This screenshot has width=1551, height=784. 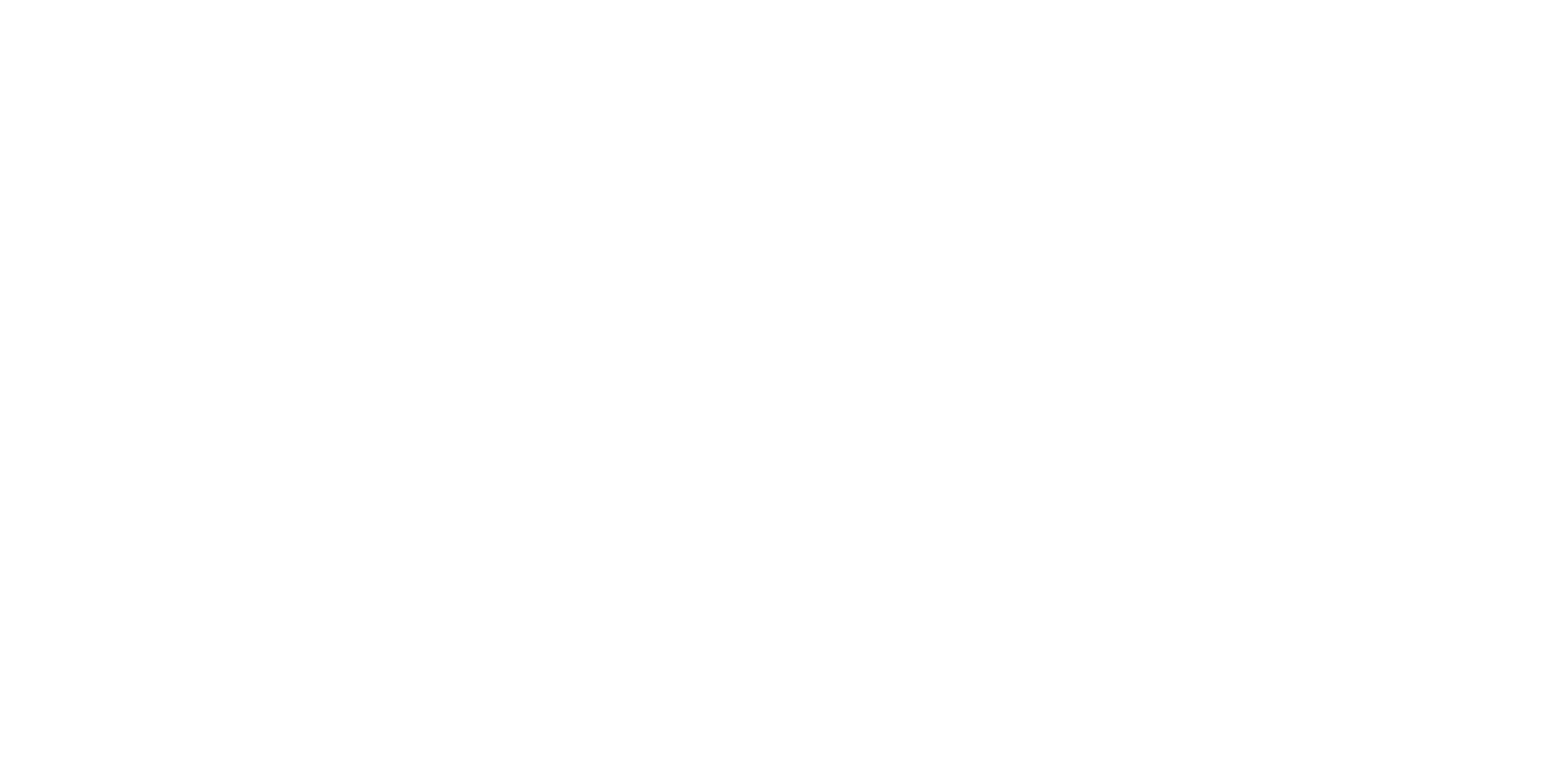 What do you see at coordinates (1064, 315) in the screenshot?
I see `'(49)'` at bounding box center [1064, 315].